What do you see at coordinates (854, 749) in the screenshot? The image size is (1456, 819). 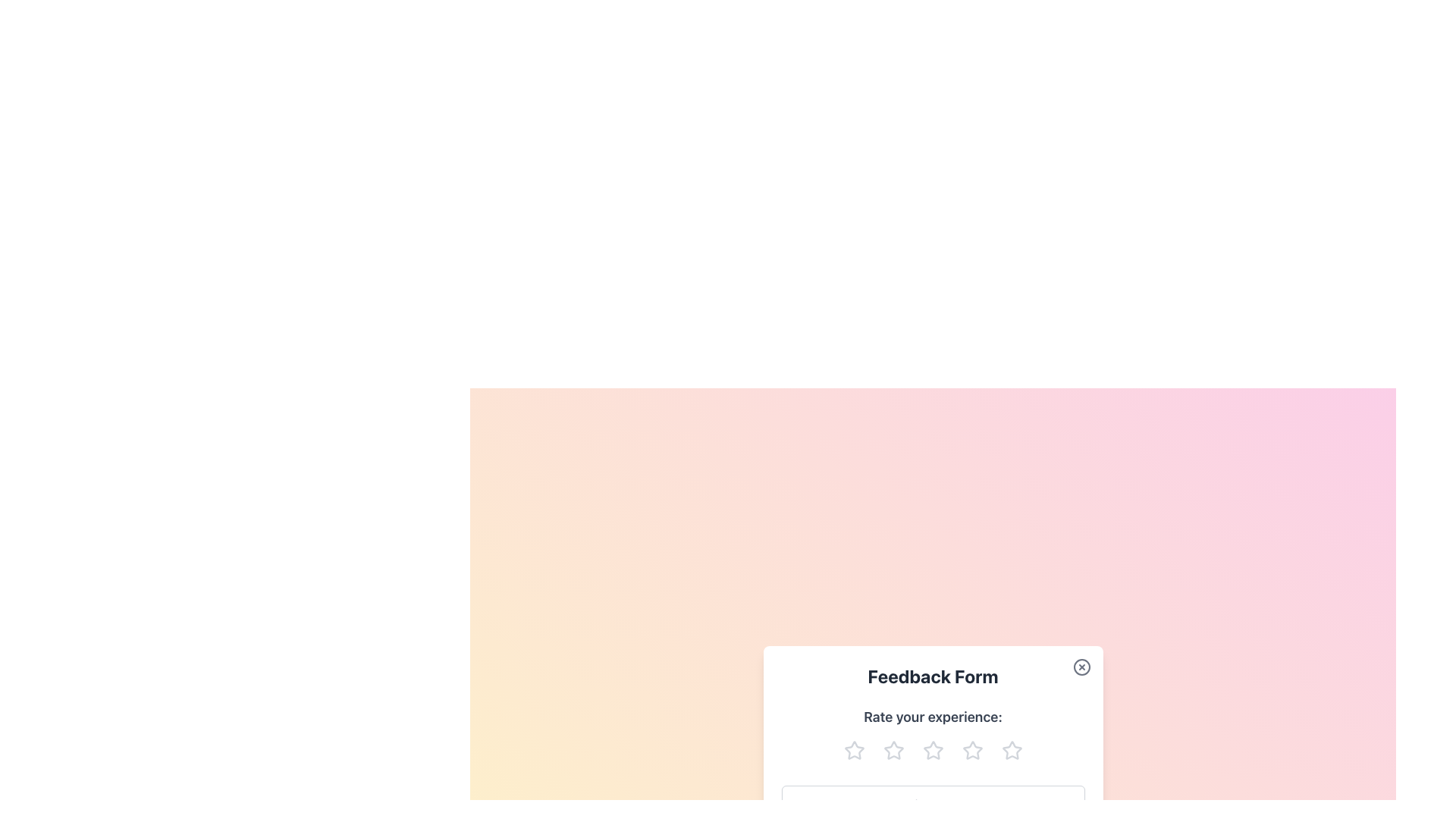 I see `the leftmost star icon in the rating section` at bounding box center [854, 749].